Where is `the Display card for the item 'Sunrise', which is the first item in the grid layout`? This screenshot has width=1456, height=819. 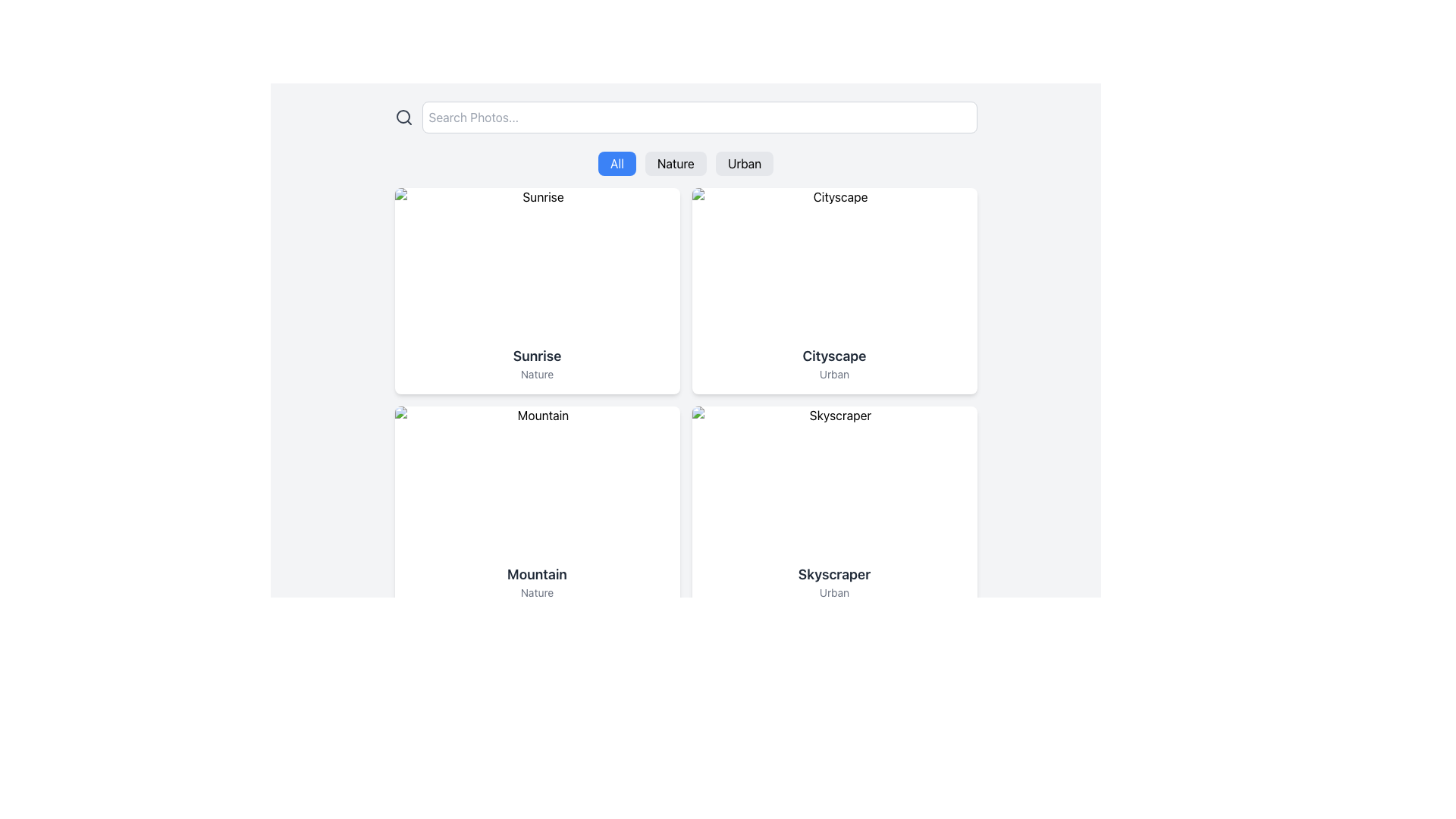 the Display card for the item 'Sunrise', which is the first item in the grid layout is located at coordinates (537, 291).